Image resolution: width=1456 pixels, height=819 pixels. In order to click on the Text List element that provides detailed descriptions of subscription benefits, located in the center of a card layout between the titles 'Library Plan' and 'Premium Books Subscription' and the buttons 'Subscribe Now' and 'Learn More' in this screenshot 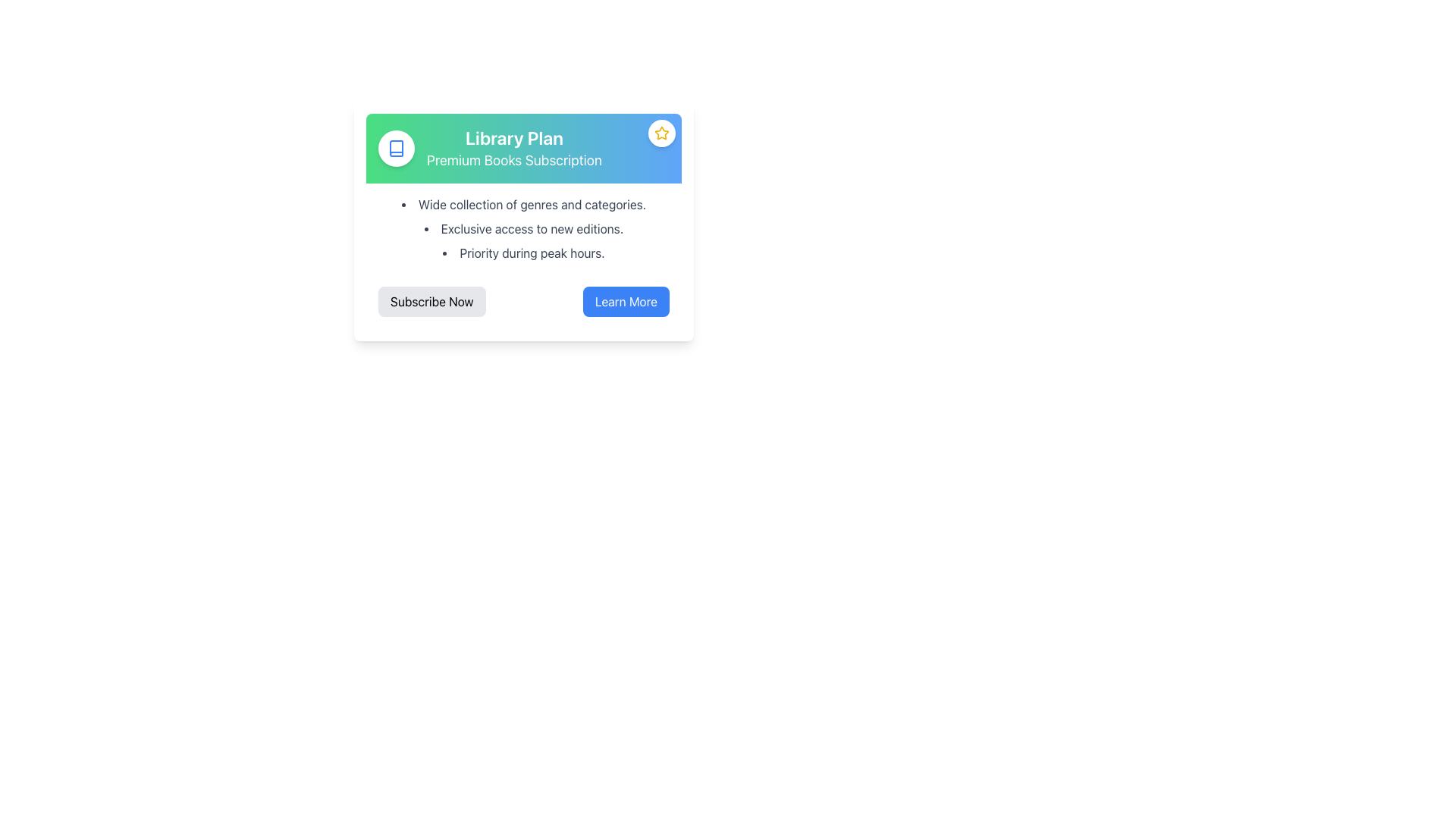, I will do `click(524, 228)`.